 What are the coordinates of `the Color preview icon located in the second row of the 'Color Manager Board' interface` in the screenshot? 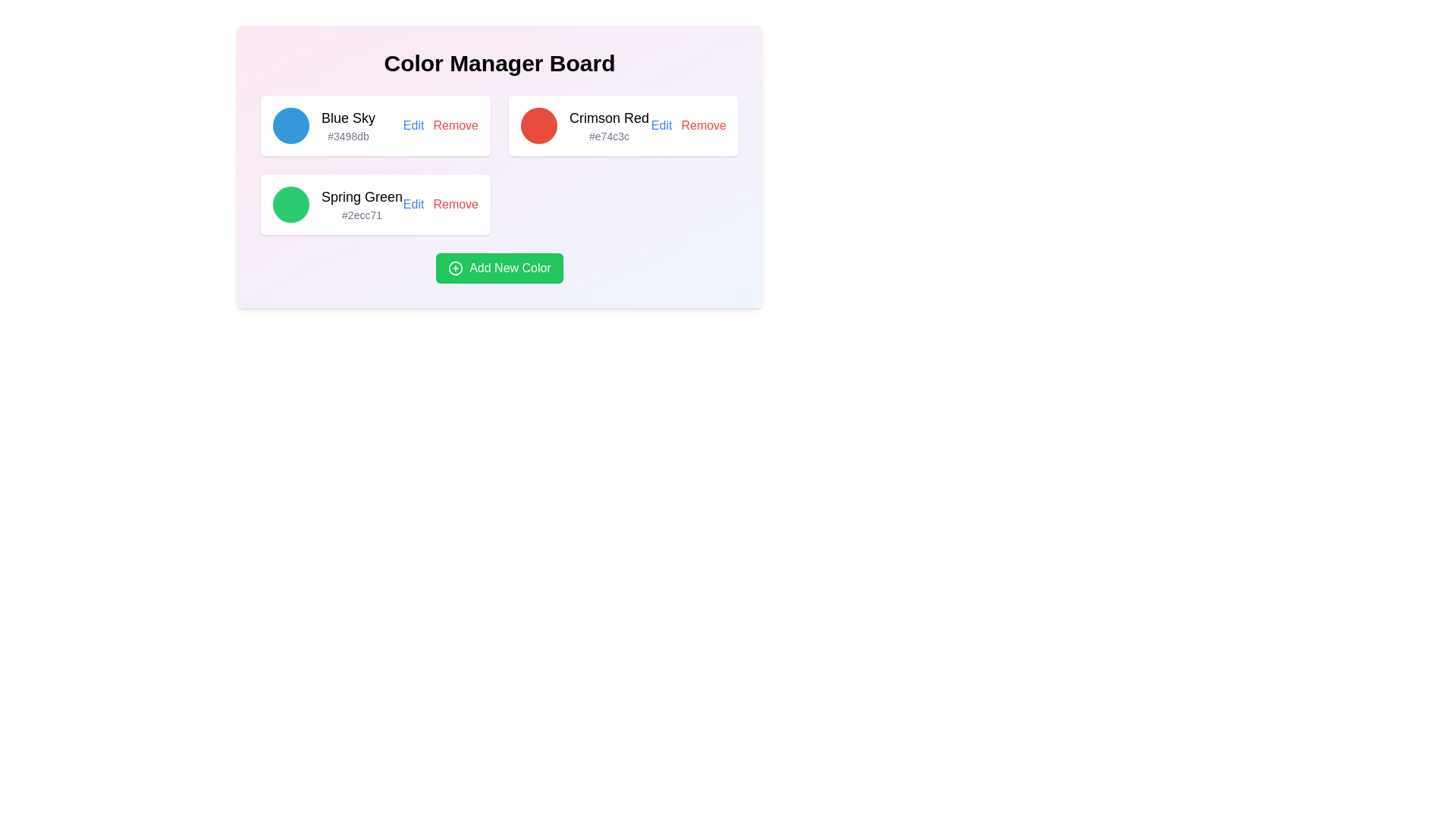 It's located at (538, 124).